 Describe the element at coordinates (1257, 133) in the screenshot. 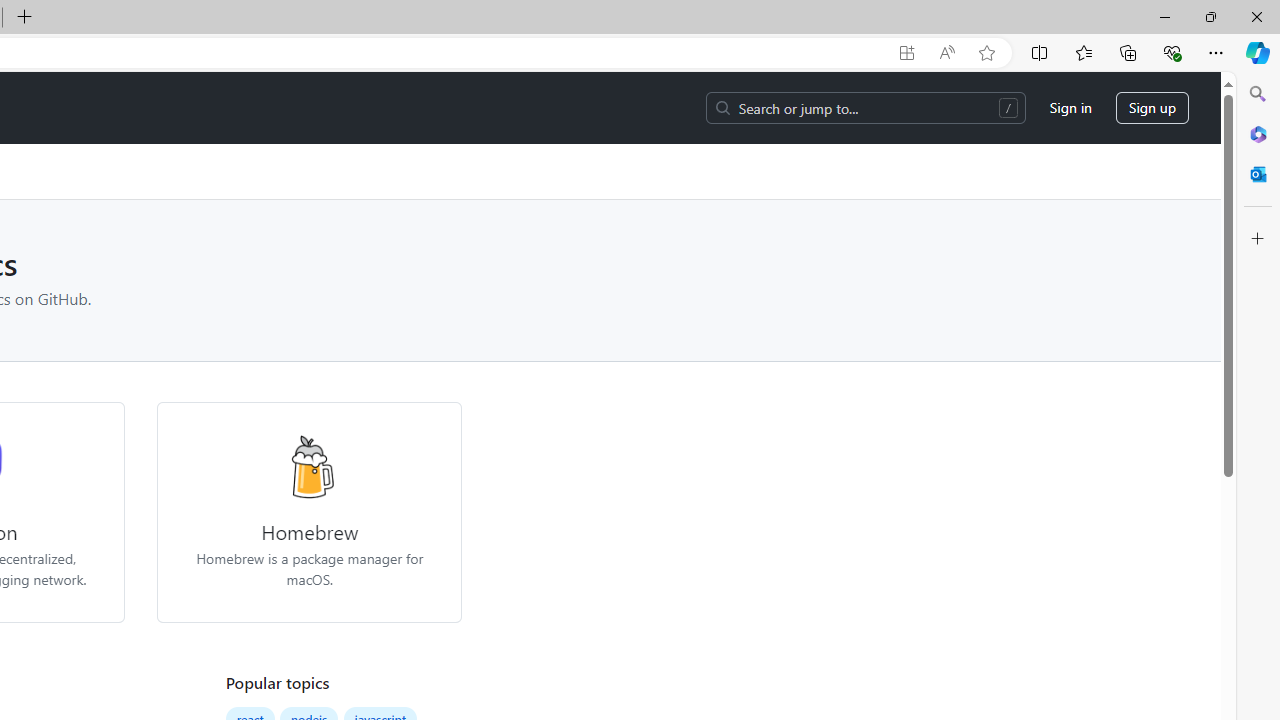

I see `'Microsoft 365'` at that location.